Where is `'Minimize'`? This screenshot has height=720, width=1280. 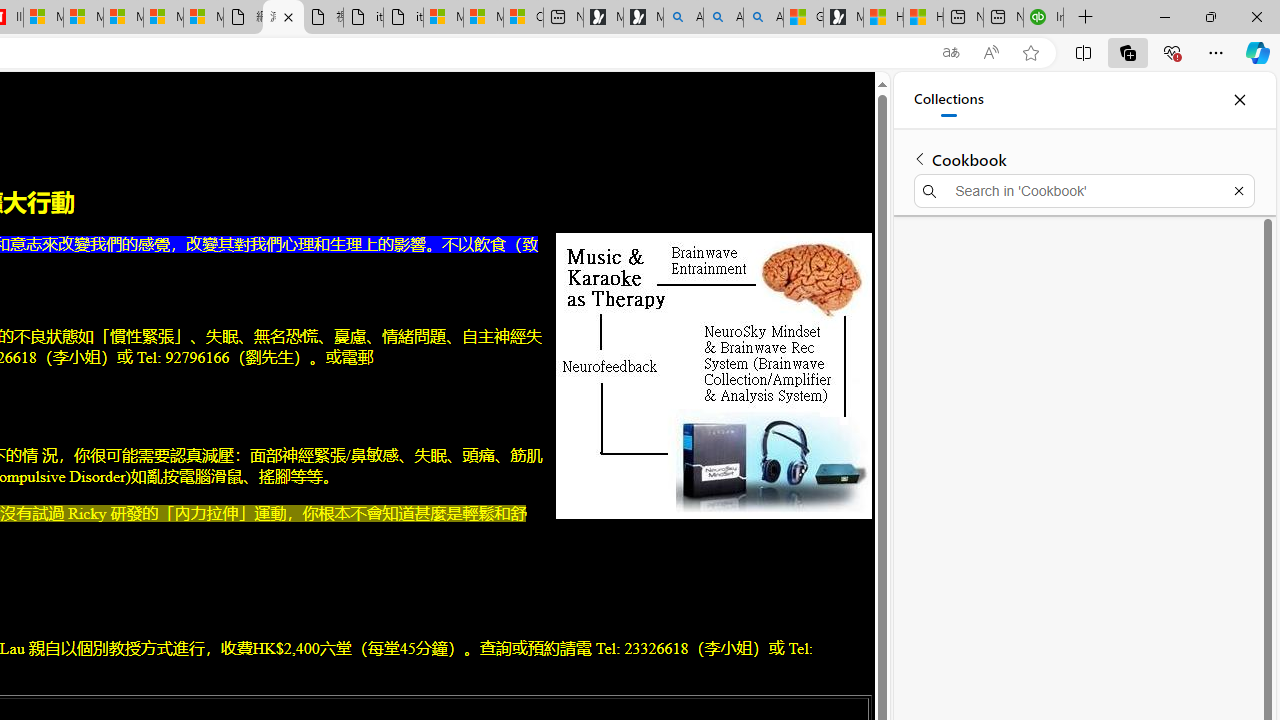
'Minimize' is located at coordinates (1164, 16).